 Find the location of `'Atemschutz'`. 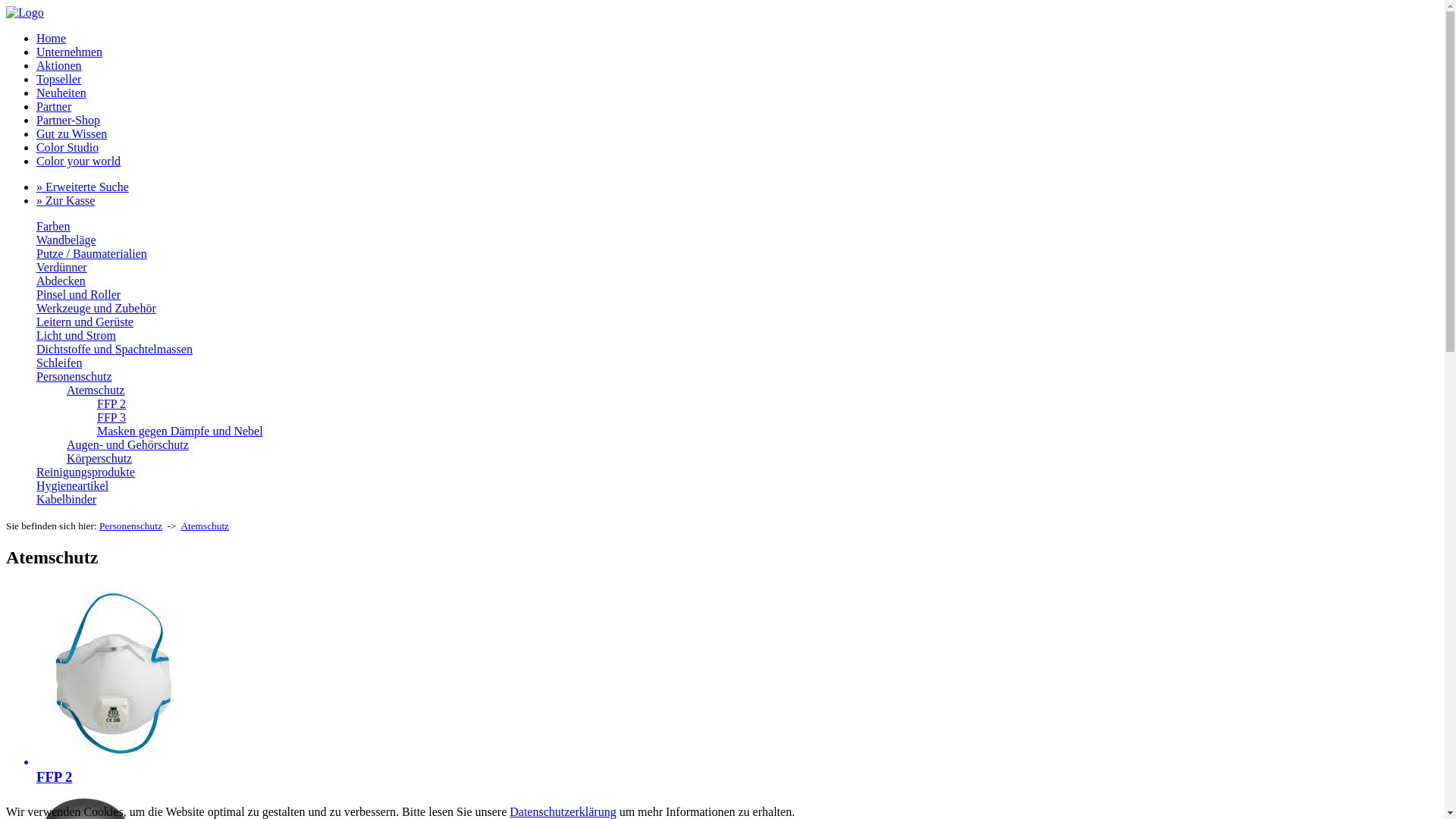

'Atemschutz' is located at coordinates (94, 389).